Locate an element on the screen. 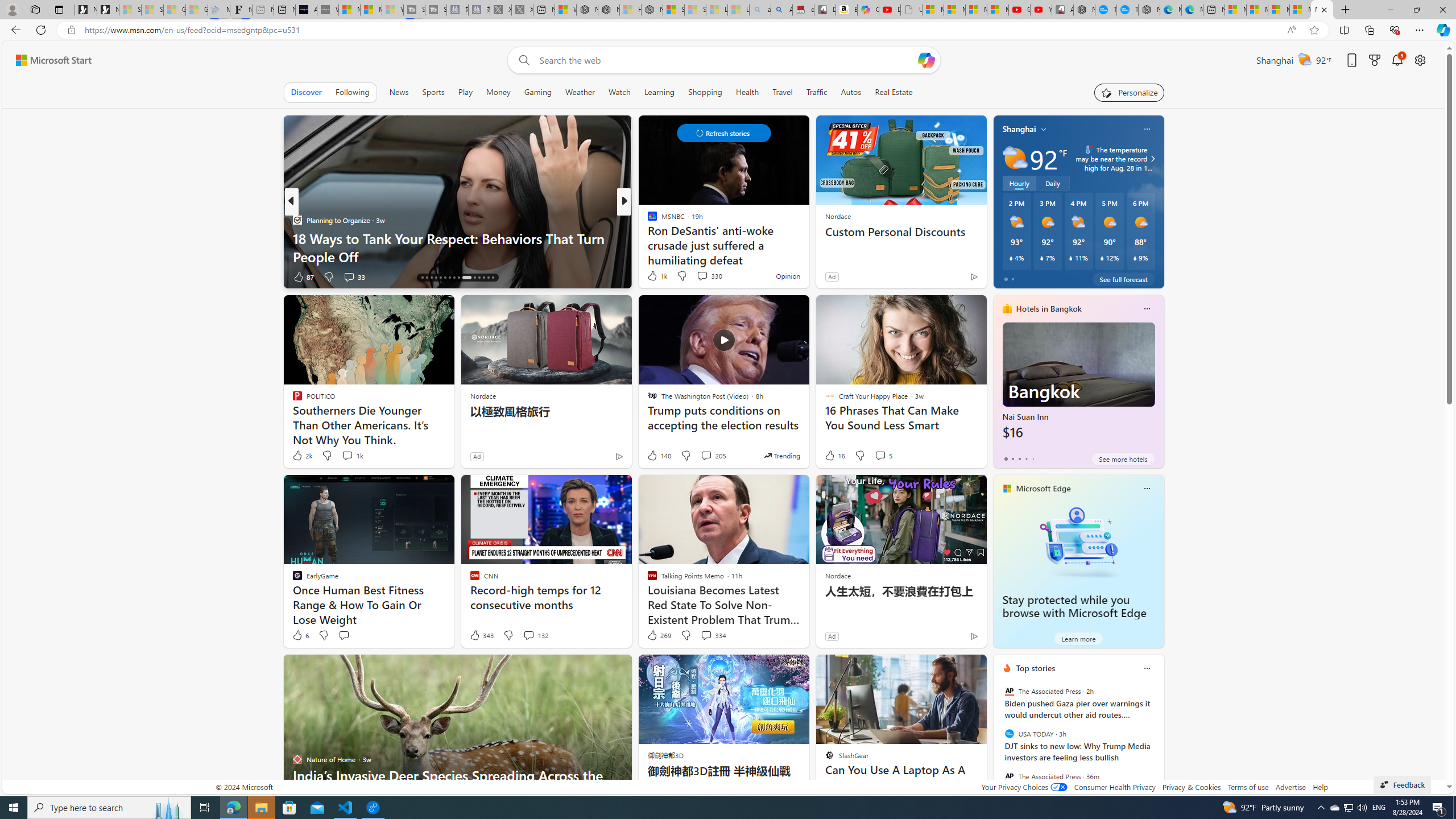 The height and width of the screenshot is (819, 1456). 'Nordace - Nordace has arrived Hong Kong' is located at coordinates (1149, 9).